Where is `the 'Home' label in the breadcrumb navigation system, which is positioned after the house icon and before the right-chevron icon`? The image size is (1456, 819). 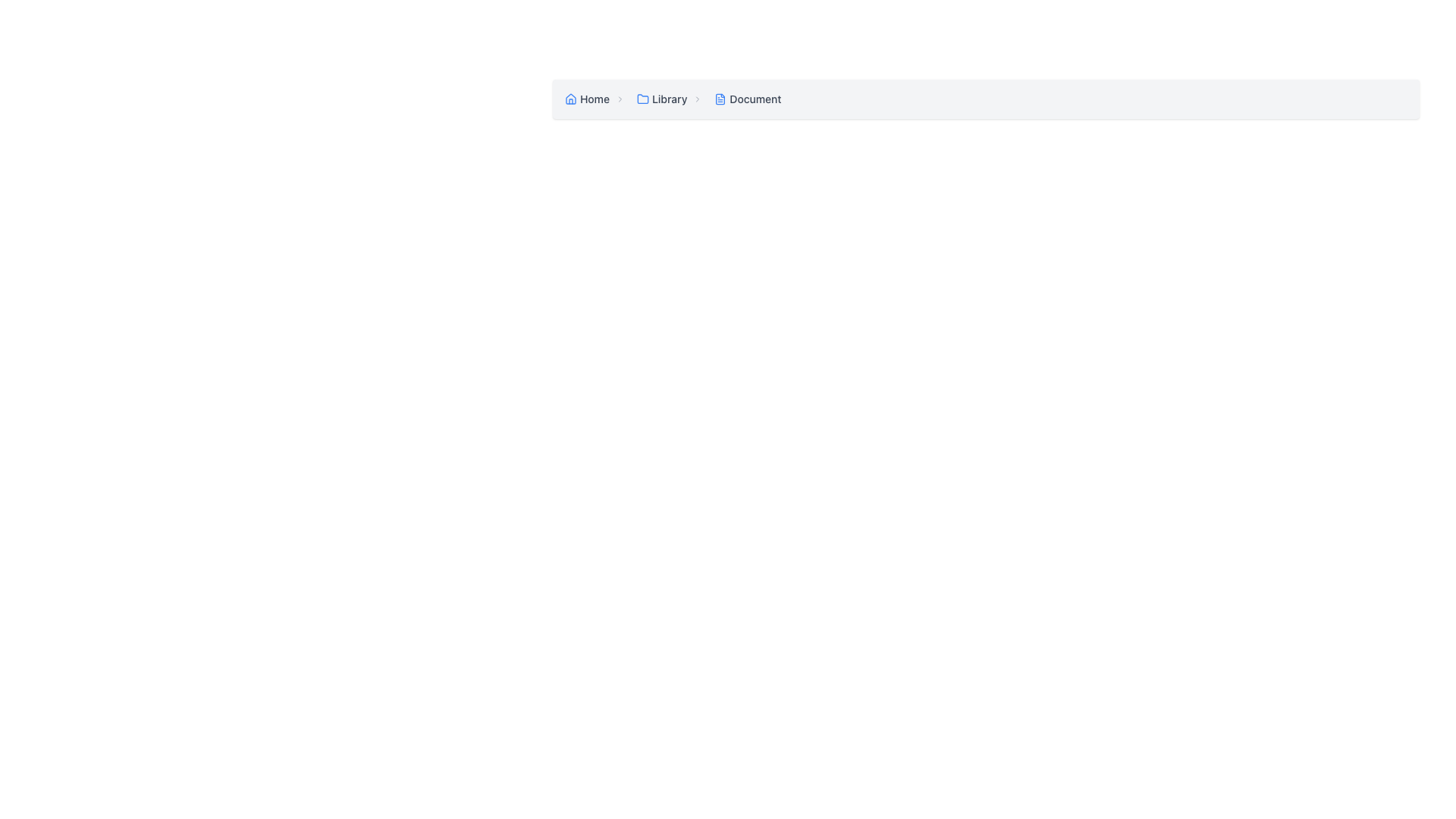
the 'Home' label in the breadcrumb navigation system, which is positioned after the house icon and before the right-chevron icon is located at coordinates (594, 99).